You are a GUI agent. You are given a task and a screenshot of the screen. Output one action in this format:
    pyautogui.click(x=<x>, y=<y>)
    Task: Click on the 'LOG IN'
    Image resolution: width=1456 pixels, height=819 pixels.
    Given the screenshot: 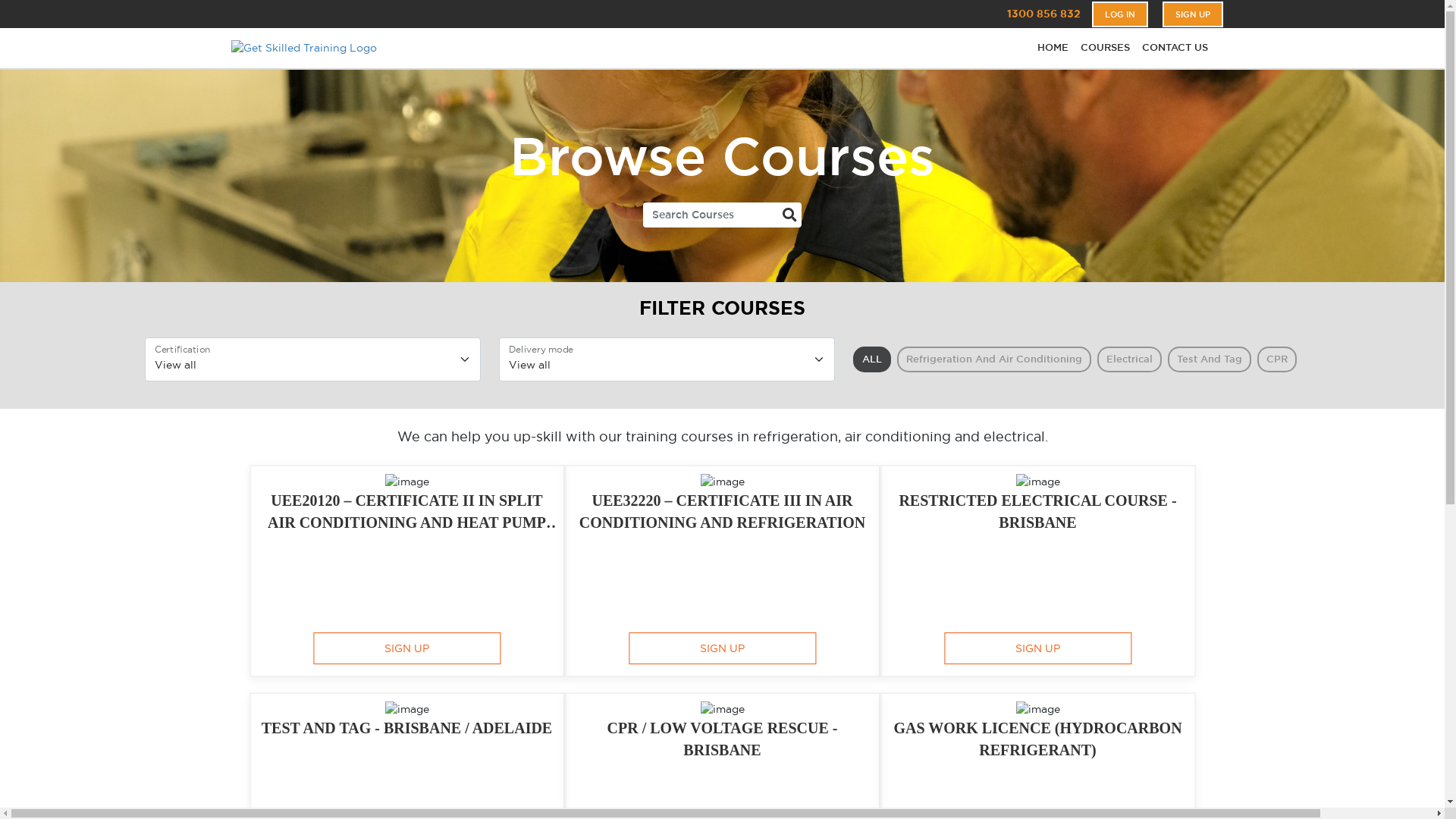 What is the action you would take?
    pyautogui.click(x=1092, y=14)
    